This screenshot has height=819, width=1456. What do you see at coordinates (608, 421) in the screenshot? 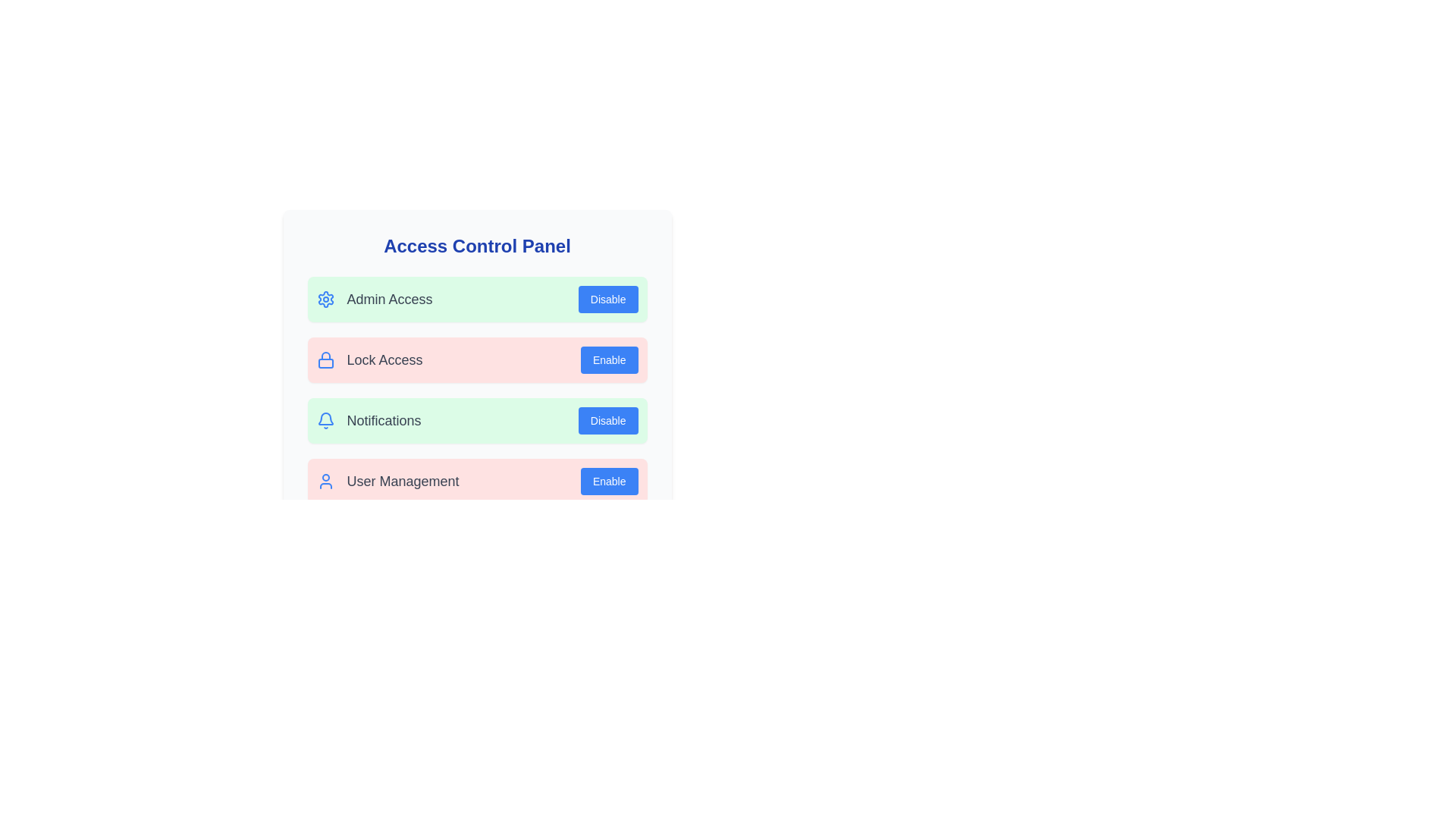
I see `the 'Disable' button for 'Notifications' to toggle its access` at bounding box center [608, 421].